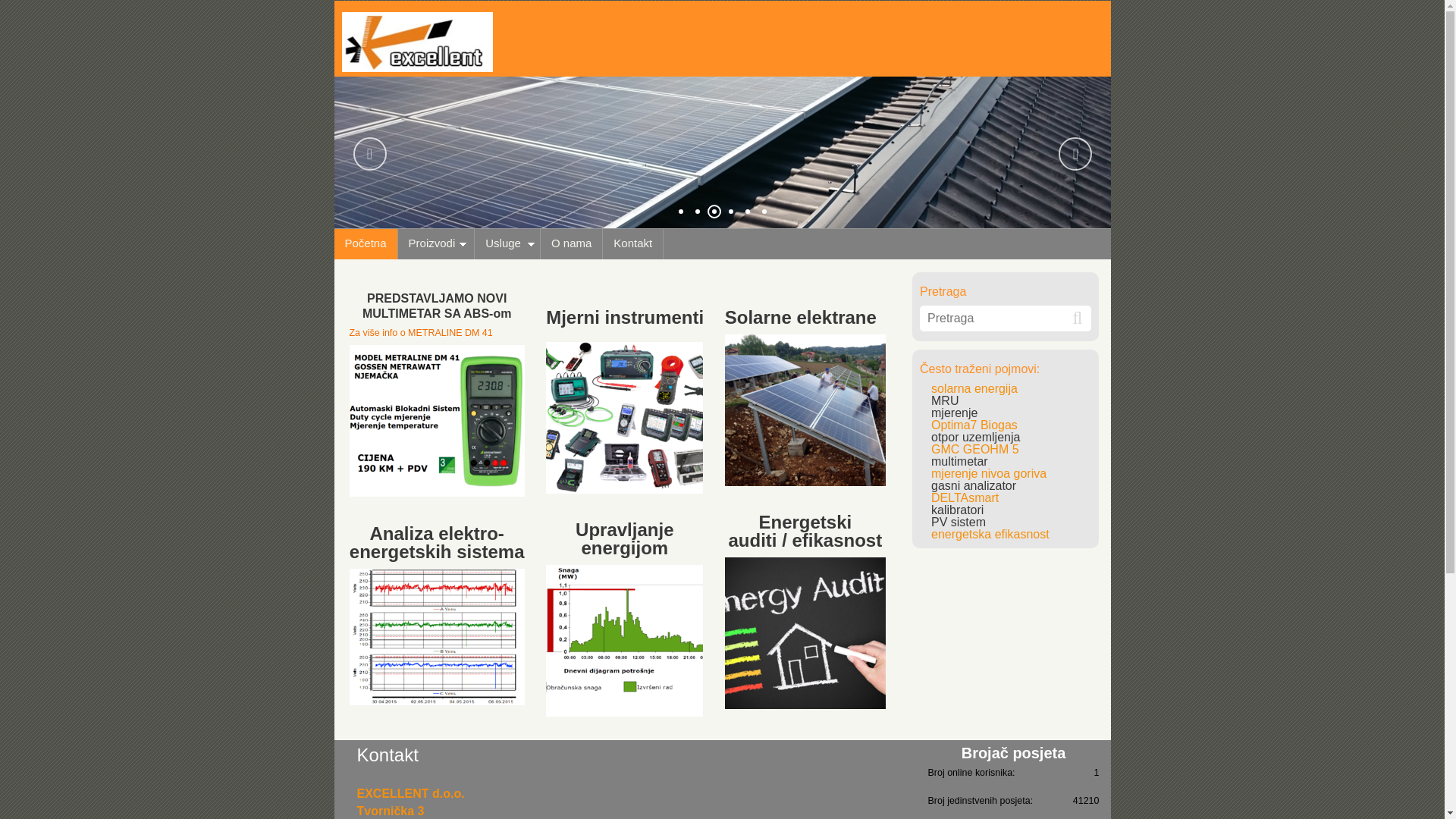 The image size is (1456, 819). Describe the element at coordinates (953, 413) in the screenshot. I see `'mjerenje'` at that location.